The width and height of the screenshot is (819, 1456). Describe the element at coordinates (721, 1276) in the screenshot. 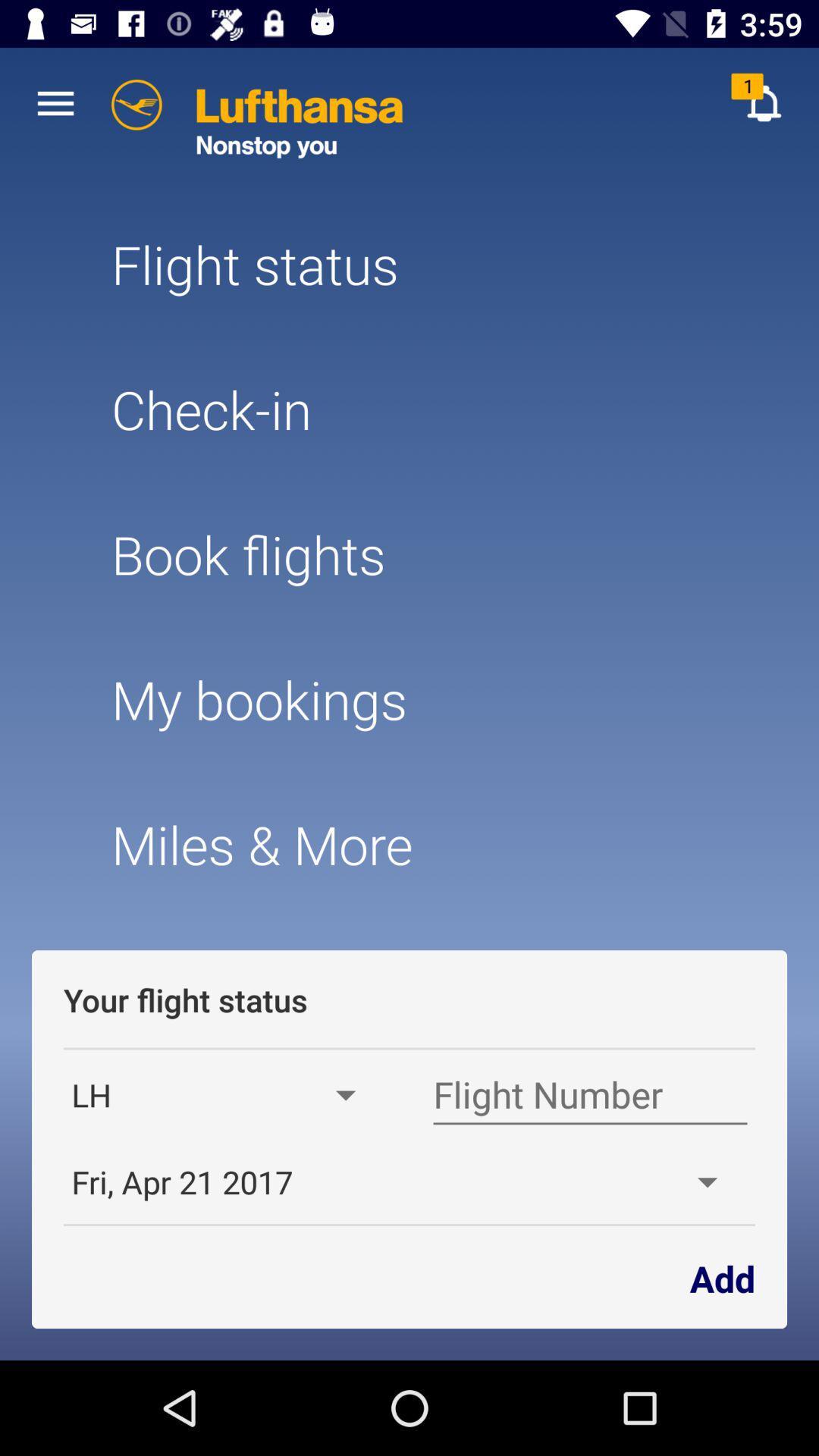

I see `app next to the fri apr 21` at that location.